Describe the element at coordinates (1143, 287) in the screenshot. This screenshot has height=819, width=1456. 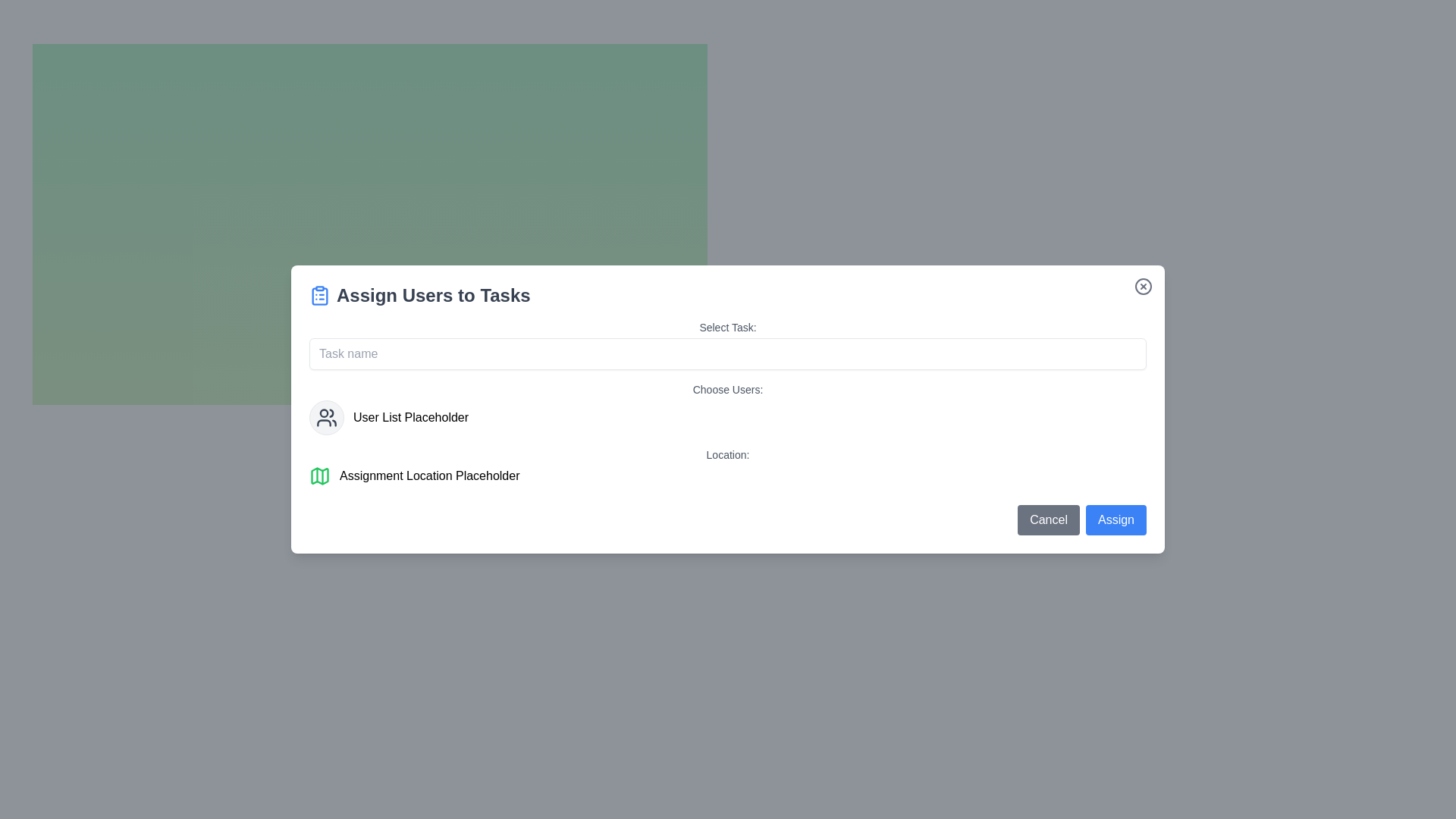
I see `the circular gray button with a cross icon inside` at that location.